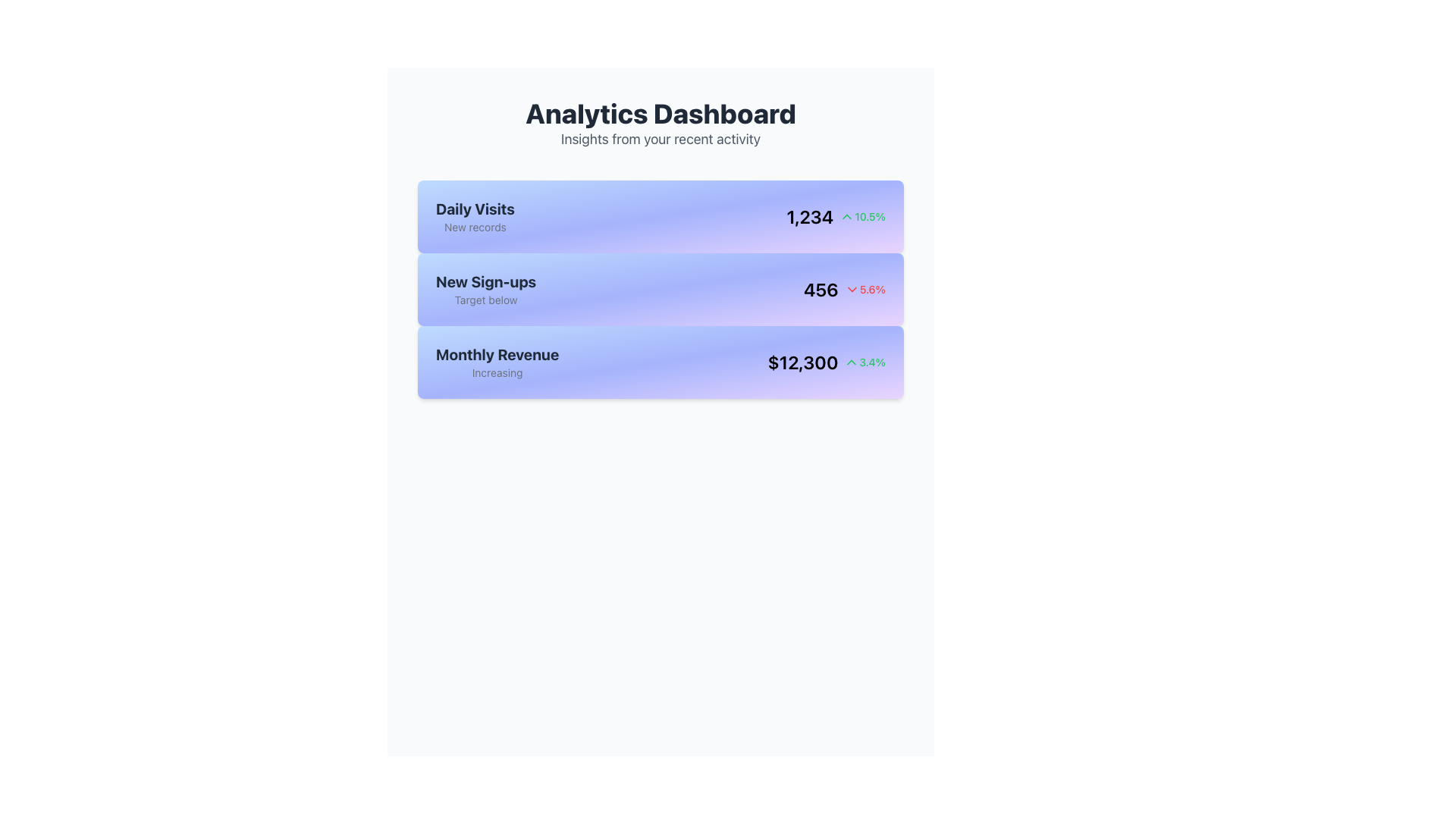  I want to click on text of the bold label that says 'Daily Visits', which is located at the top-left of a card in a vertical layout, so click(474, 209).